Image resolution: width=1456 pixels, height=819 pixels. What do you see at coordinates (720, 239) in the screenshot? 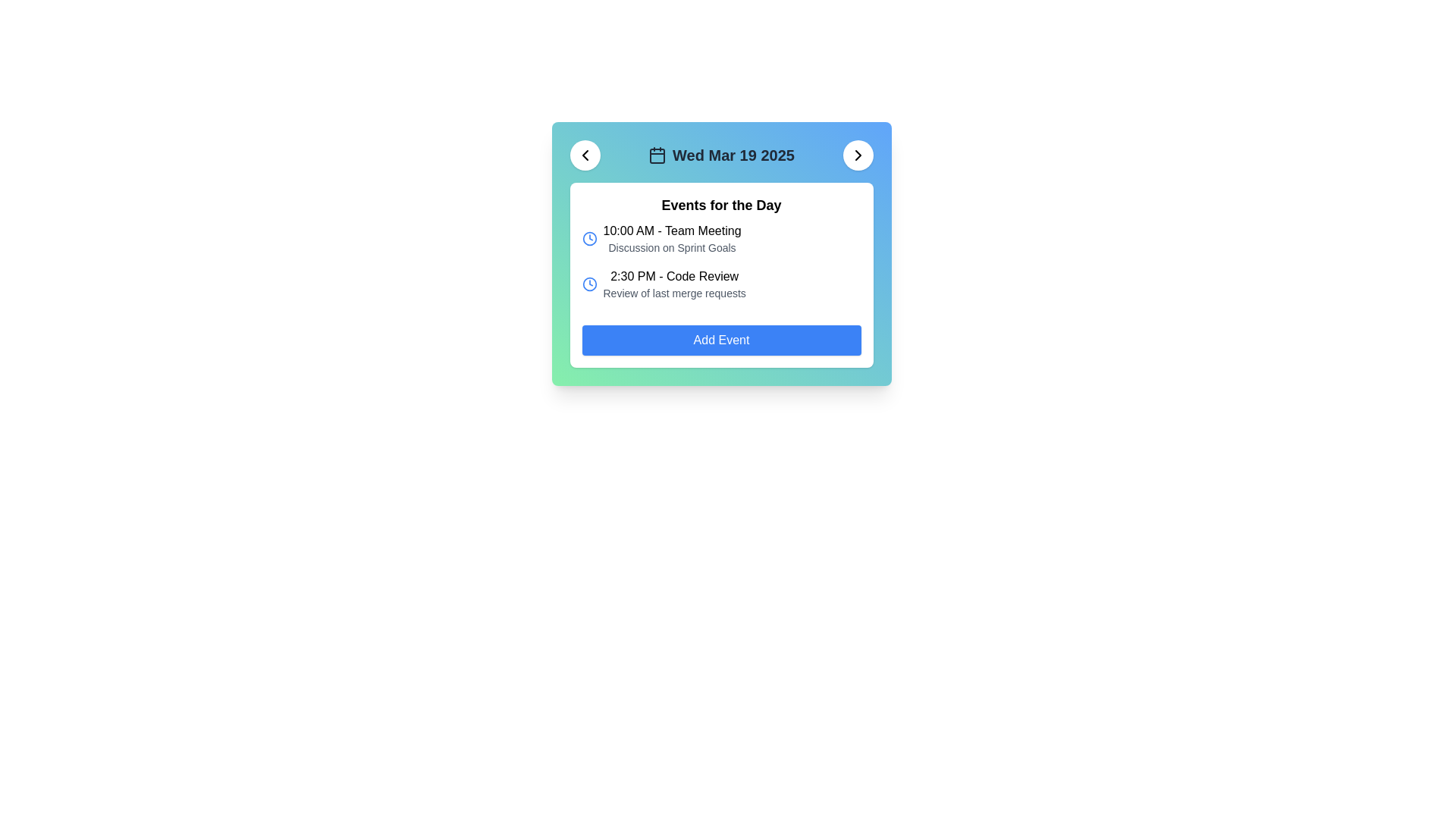
I see `the first scheduled event in the list` at bounding box center [720, 239].